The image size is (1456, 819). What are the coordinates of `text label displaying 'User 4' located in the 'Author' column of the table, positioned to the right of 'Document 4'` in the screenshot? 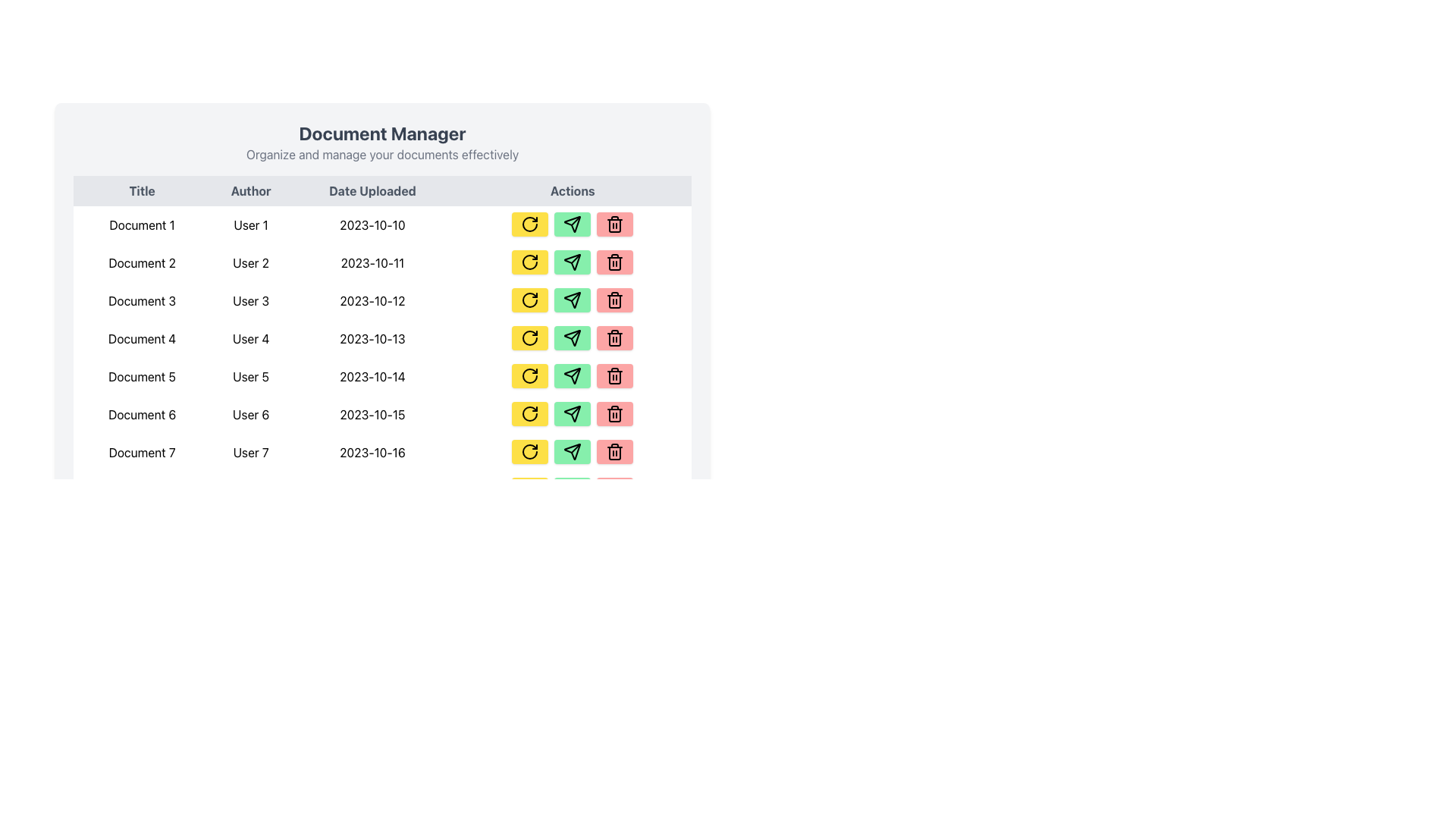 It's located at (251, 338).